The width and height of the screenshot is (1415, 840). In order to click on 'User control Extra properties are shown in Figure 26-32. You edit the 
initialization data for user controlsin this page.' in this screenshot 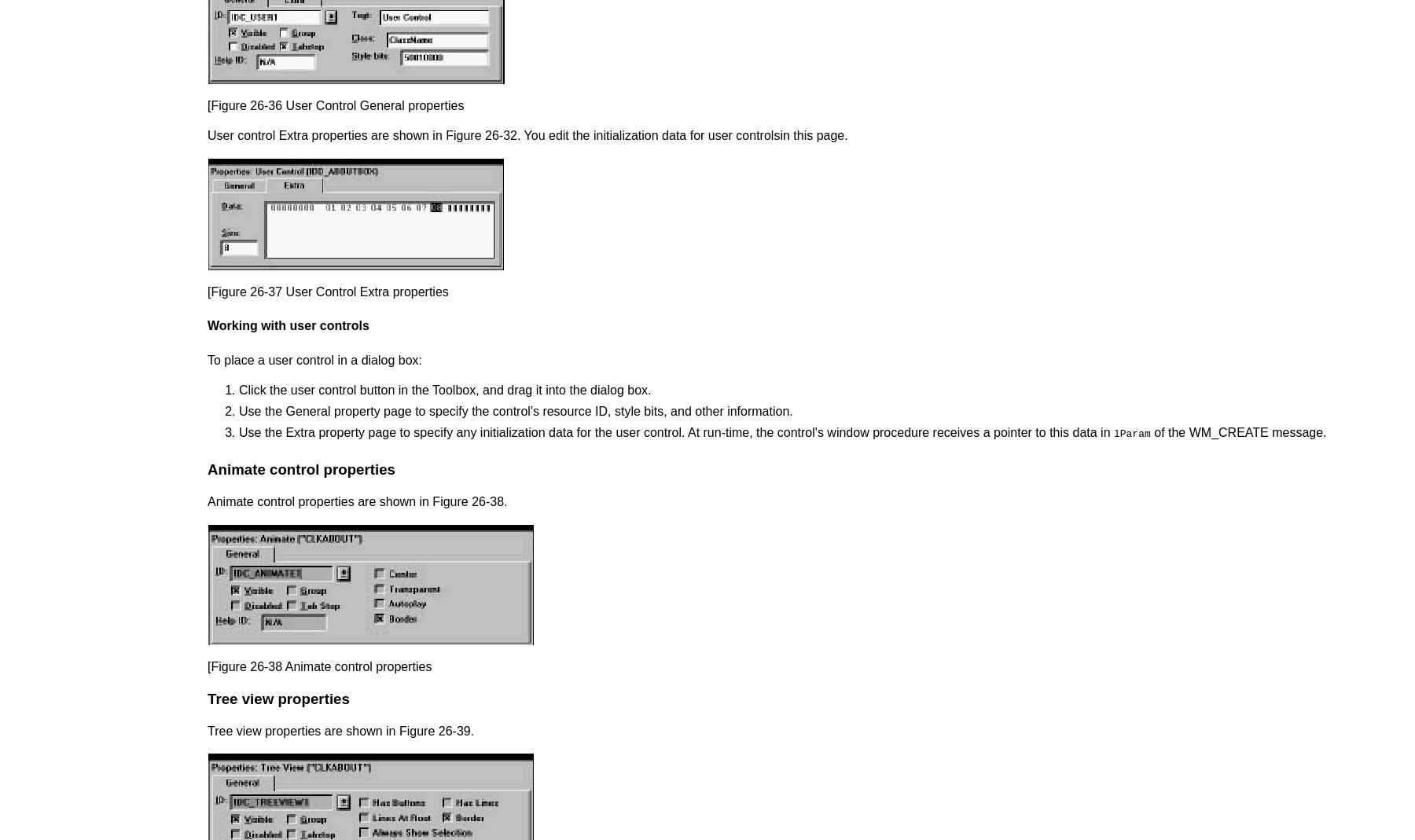, I will do `click(527, 135)`.